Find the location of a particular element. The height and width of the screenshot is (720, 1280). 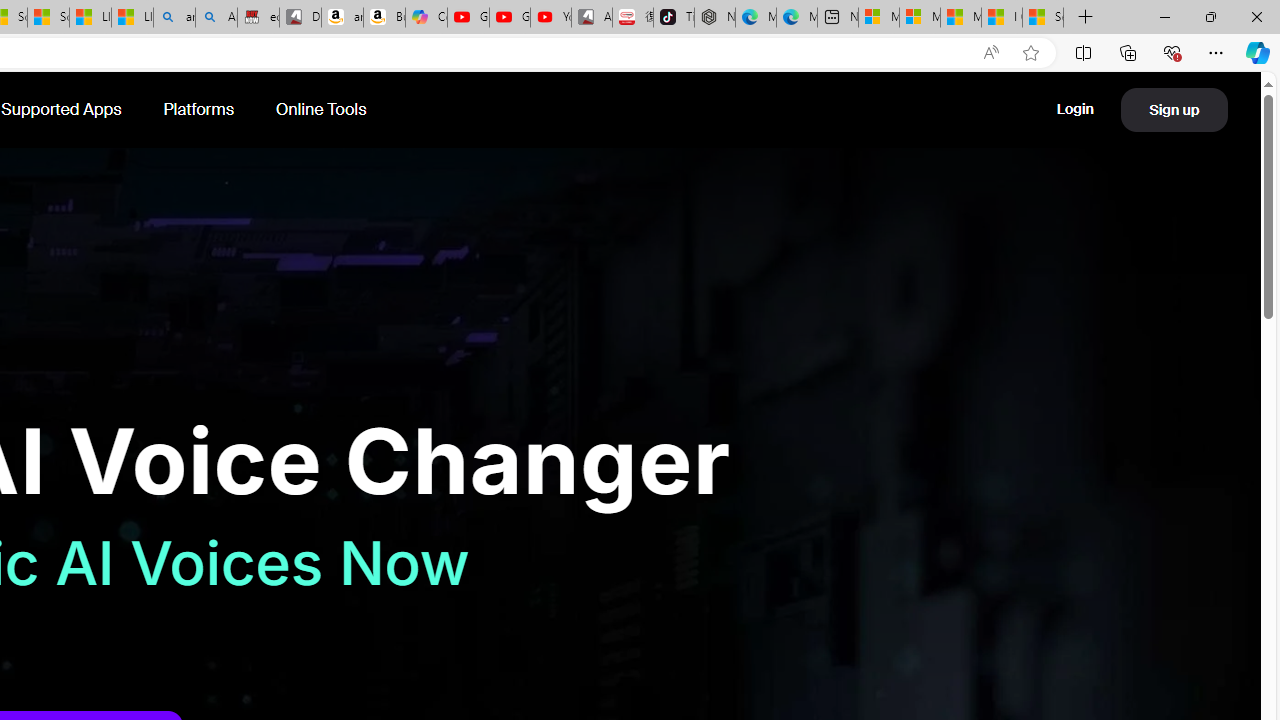

'Copilot' is located at coordinates (425, 17).